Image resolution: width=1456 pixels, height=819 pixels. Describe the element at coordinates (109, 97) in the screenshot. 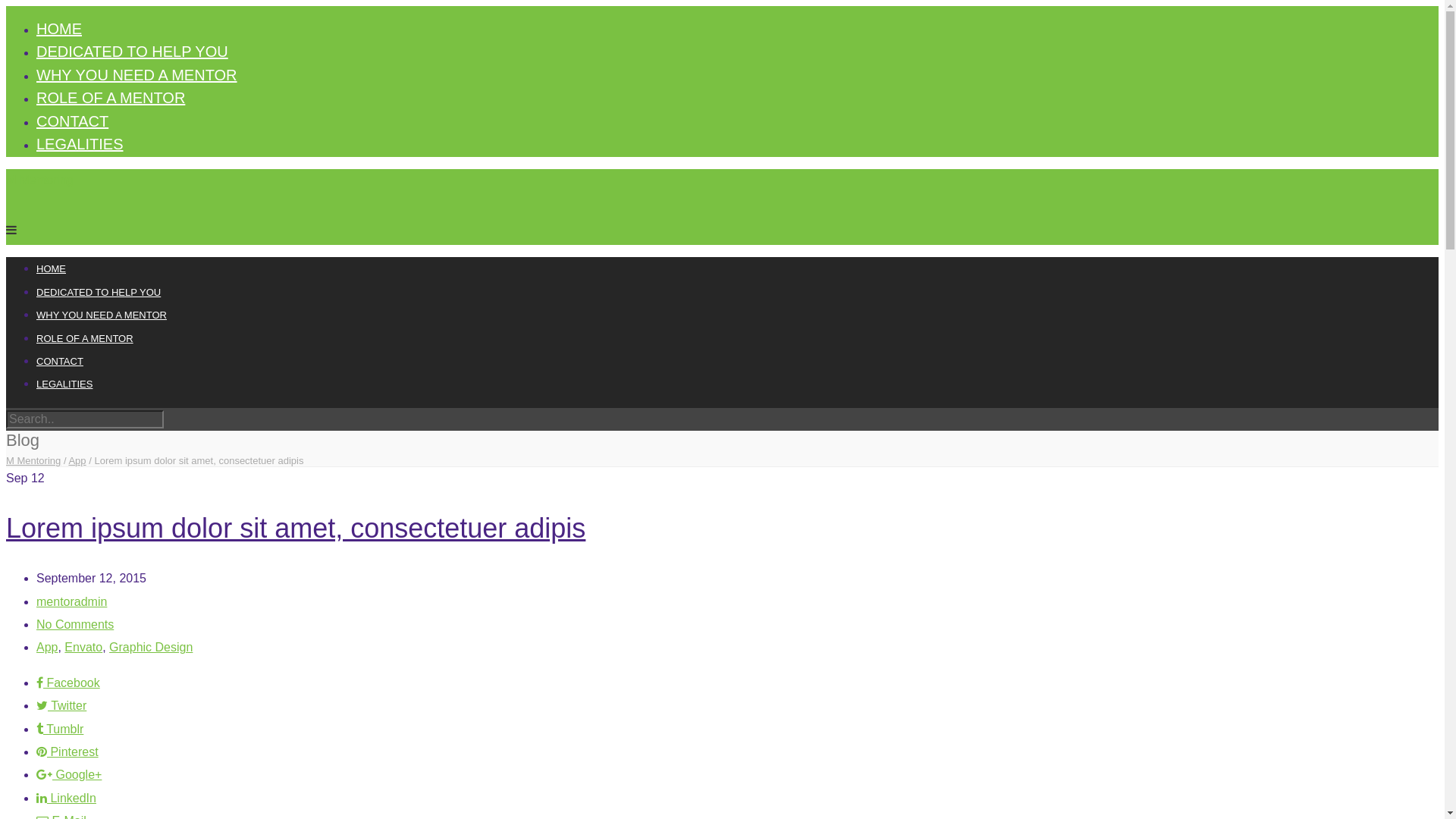

I see `'ROLE OF A MENTOR'` at that location.